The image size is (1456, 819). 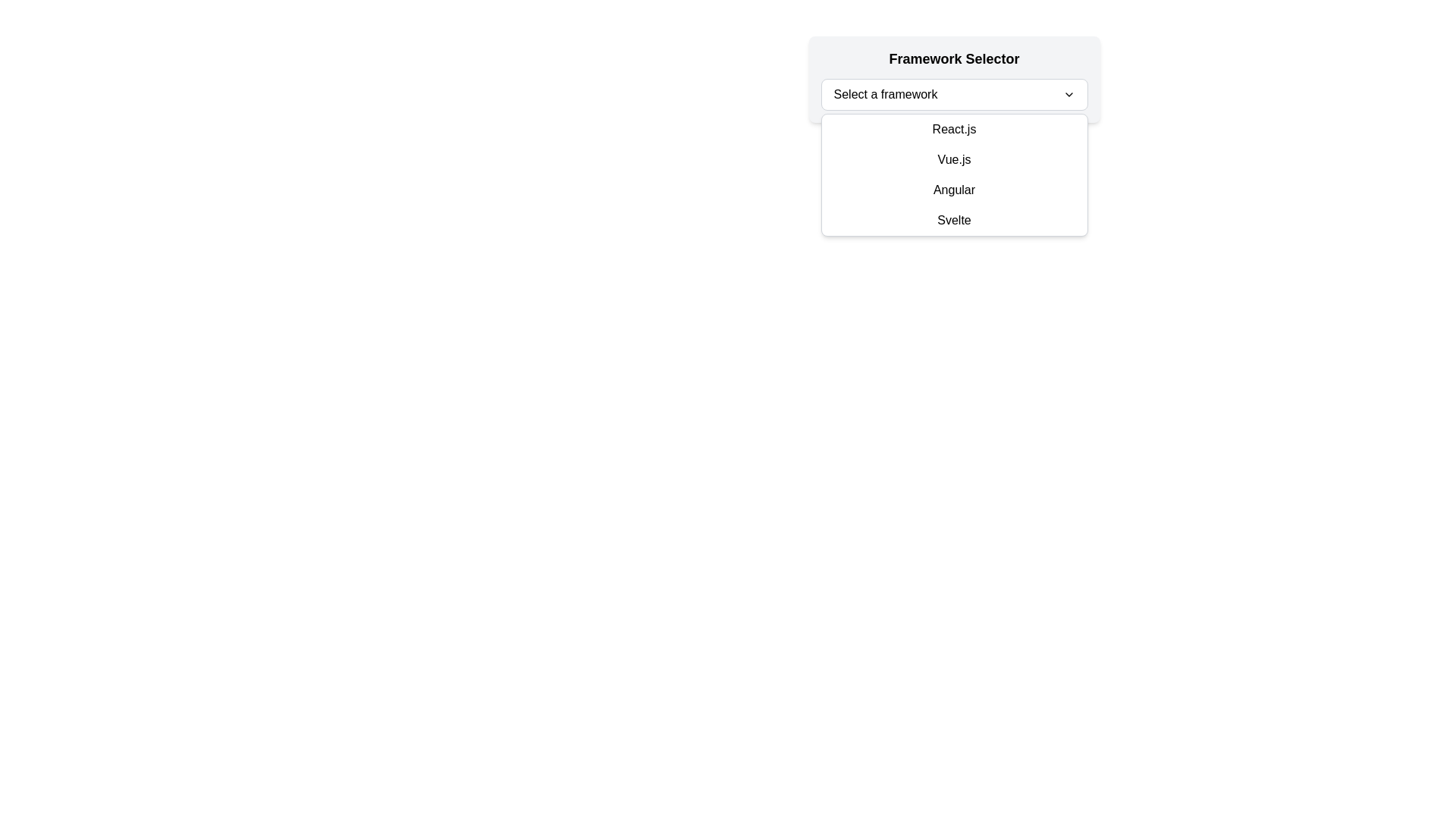 I want to click on the 'Framework Selector' text label, which is prominently styled in bold black text, located above the dropdown menu, so click(x=953, y=58).